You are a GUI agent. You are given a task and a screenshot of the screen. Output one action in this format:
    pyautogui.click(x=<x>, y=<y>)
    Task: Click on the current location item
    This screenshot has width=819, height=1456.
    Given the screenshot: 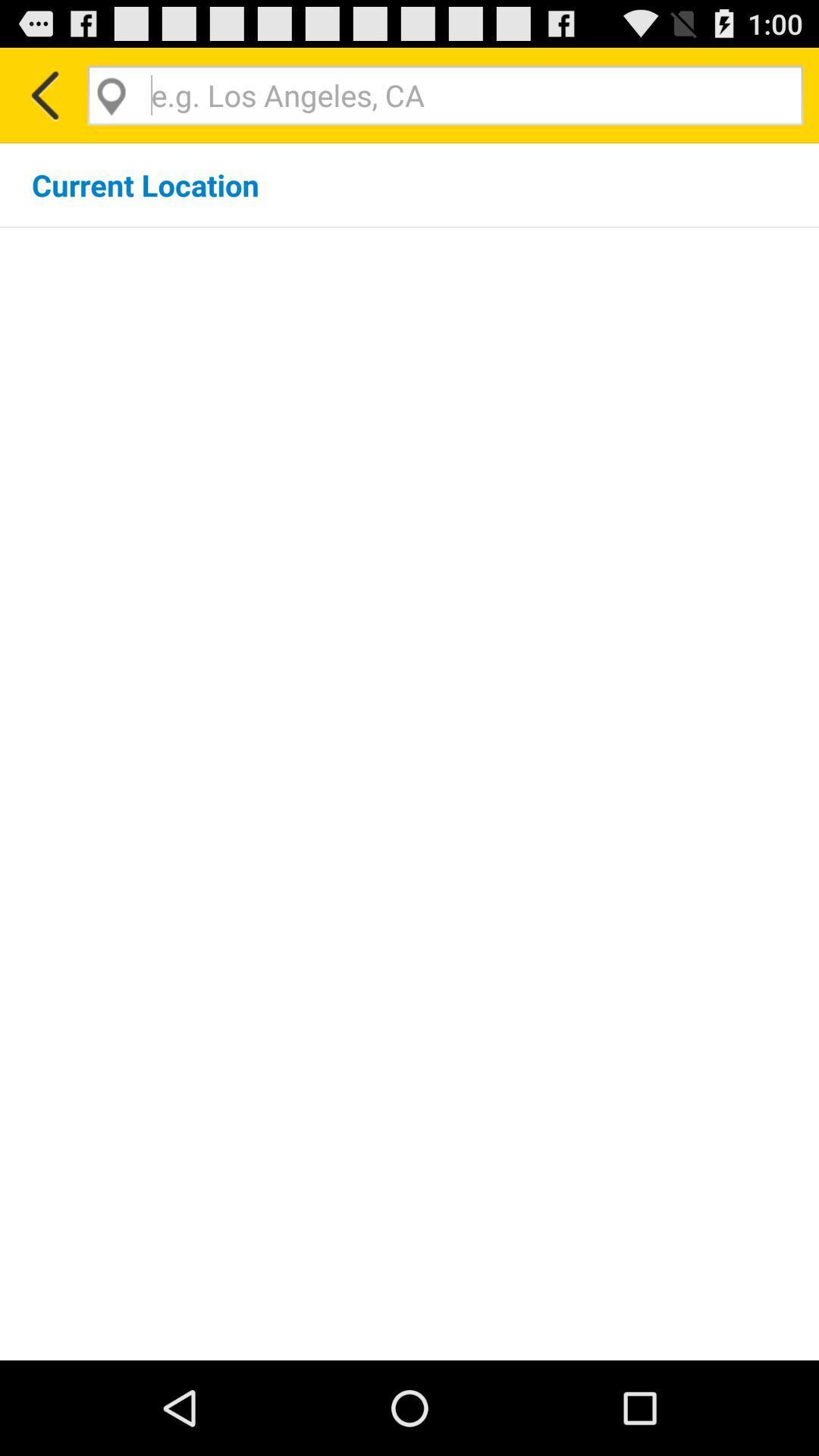 What is the action you would take?
    pyautogui.click(x=146, y=184)
    